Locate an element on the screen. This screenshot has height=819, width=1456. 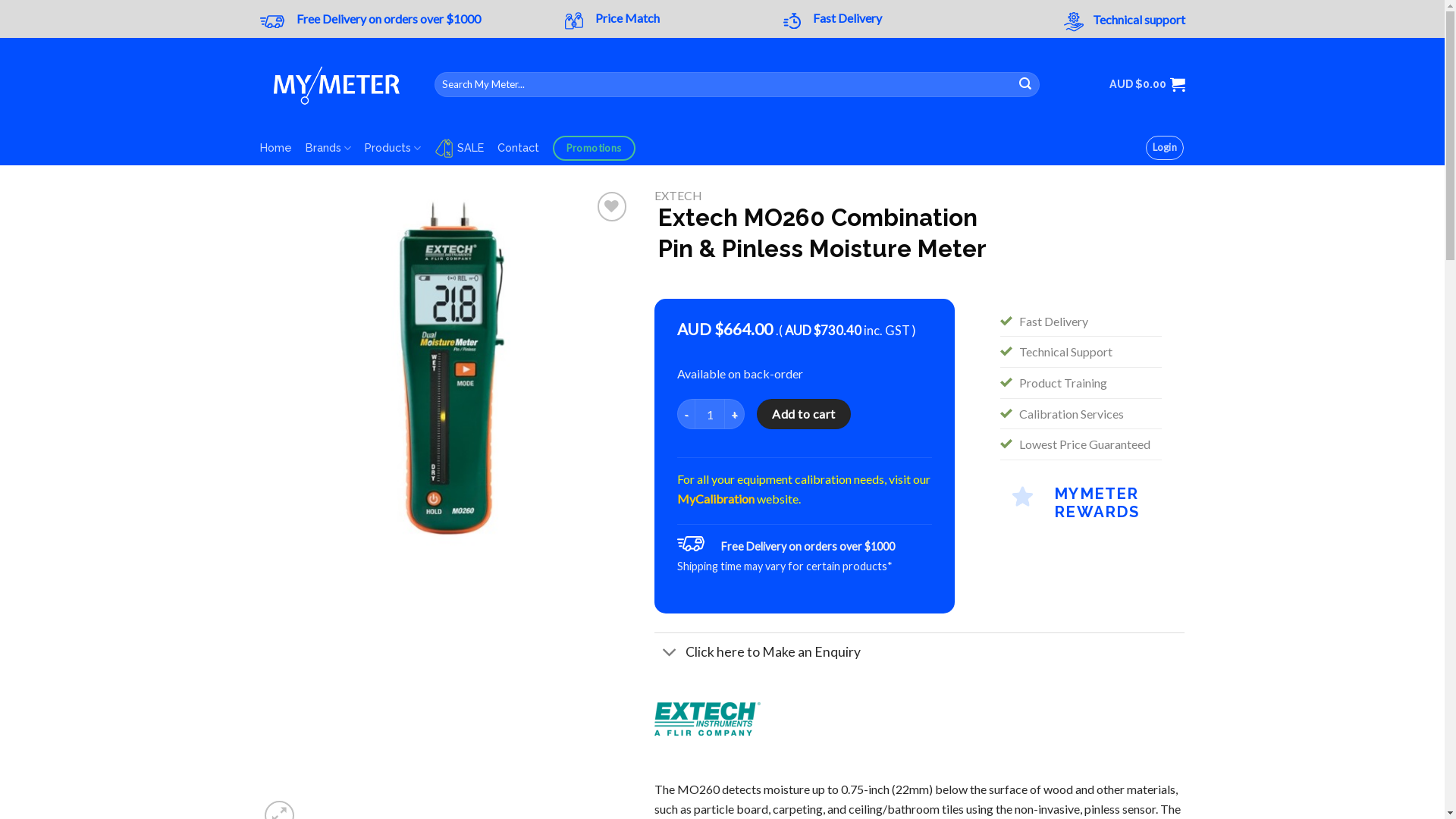
'Technical Support' is located at coordinates (1065, 351).